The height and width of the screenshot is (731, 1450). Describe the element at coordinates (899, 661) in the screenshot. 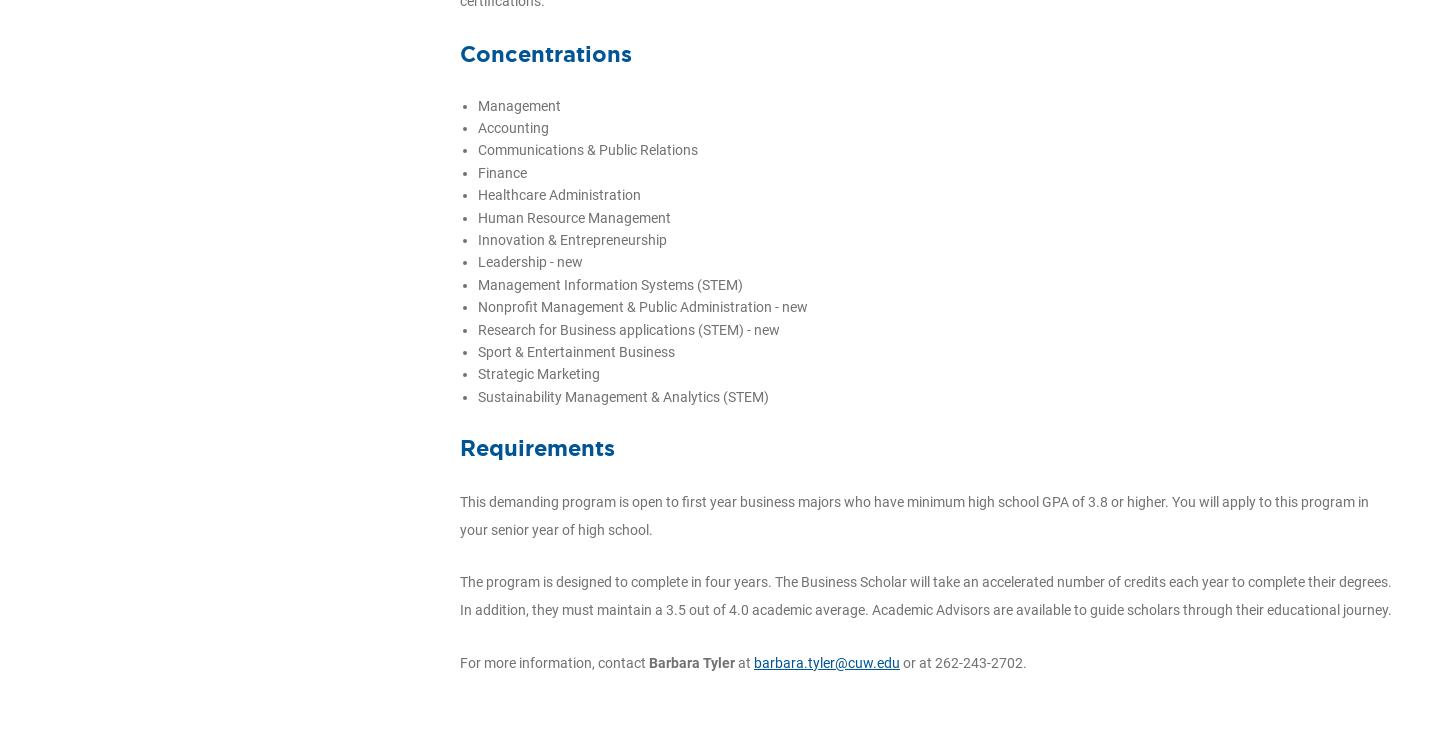

I see `'or at 262-243-2702.'` at that location.